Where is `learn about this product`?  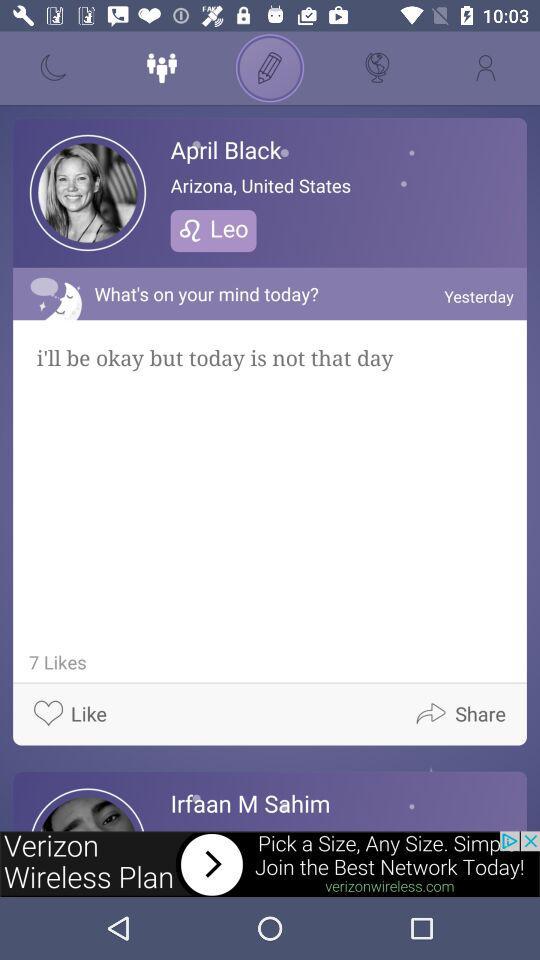
learn about this product is located at coordinates (270, 863).